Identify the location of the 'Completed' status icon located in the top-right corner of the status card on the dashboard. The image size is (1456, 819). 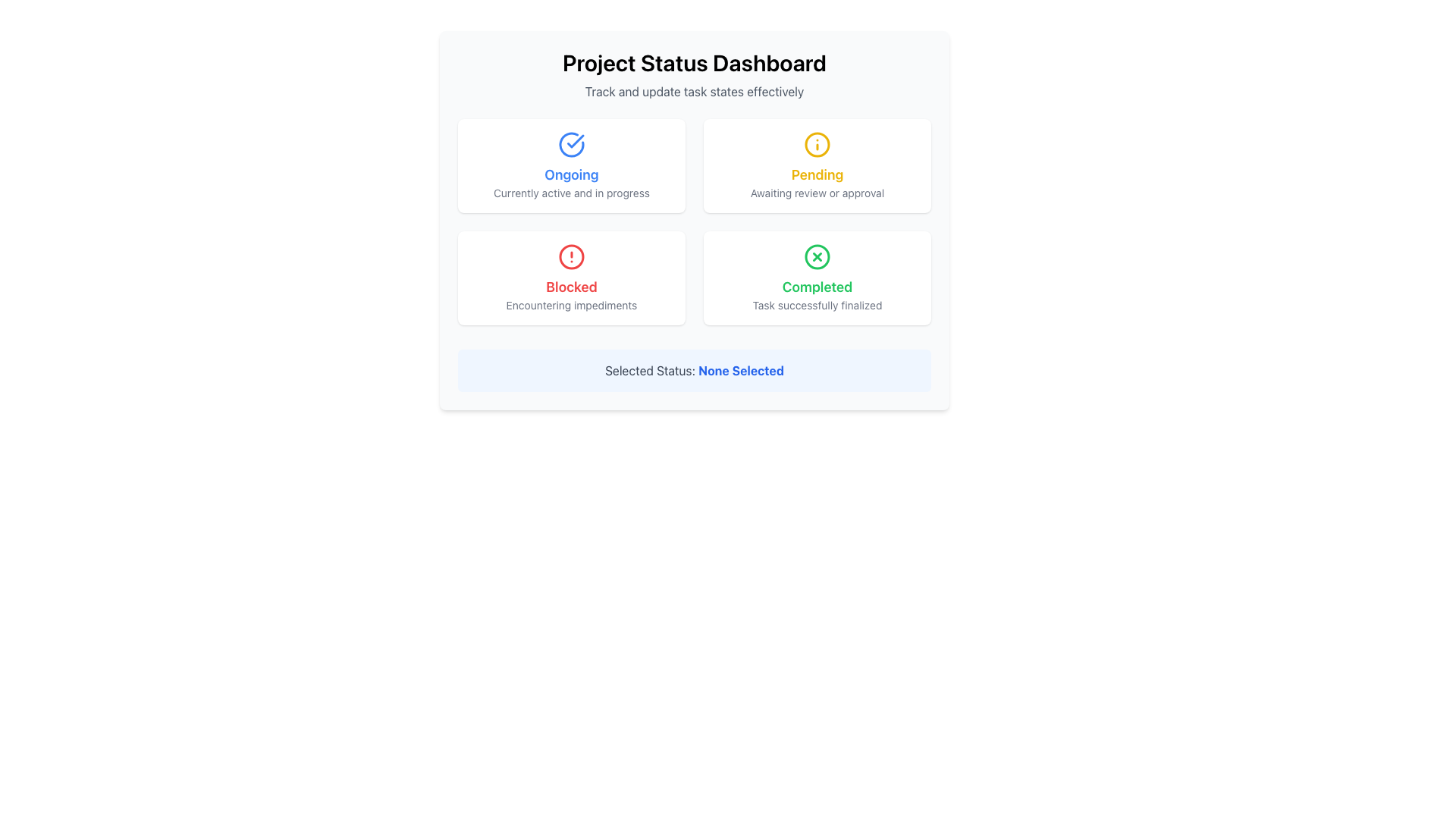
(817, 256).